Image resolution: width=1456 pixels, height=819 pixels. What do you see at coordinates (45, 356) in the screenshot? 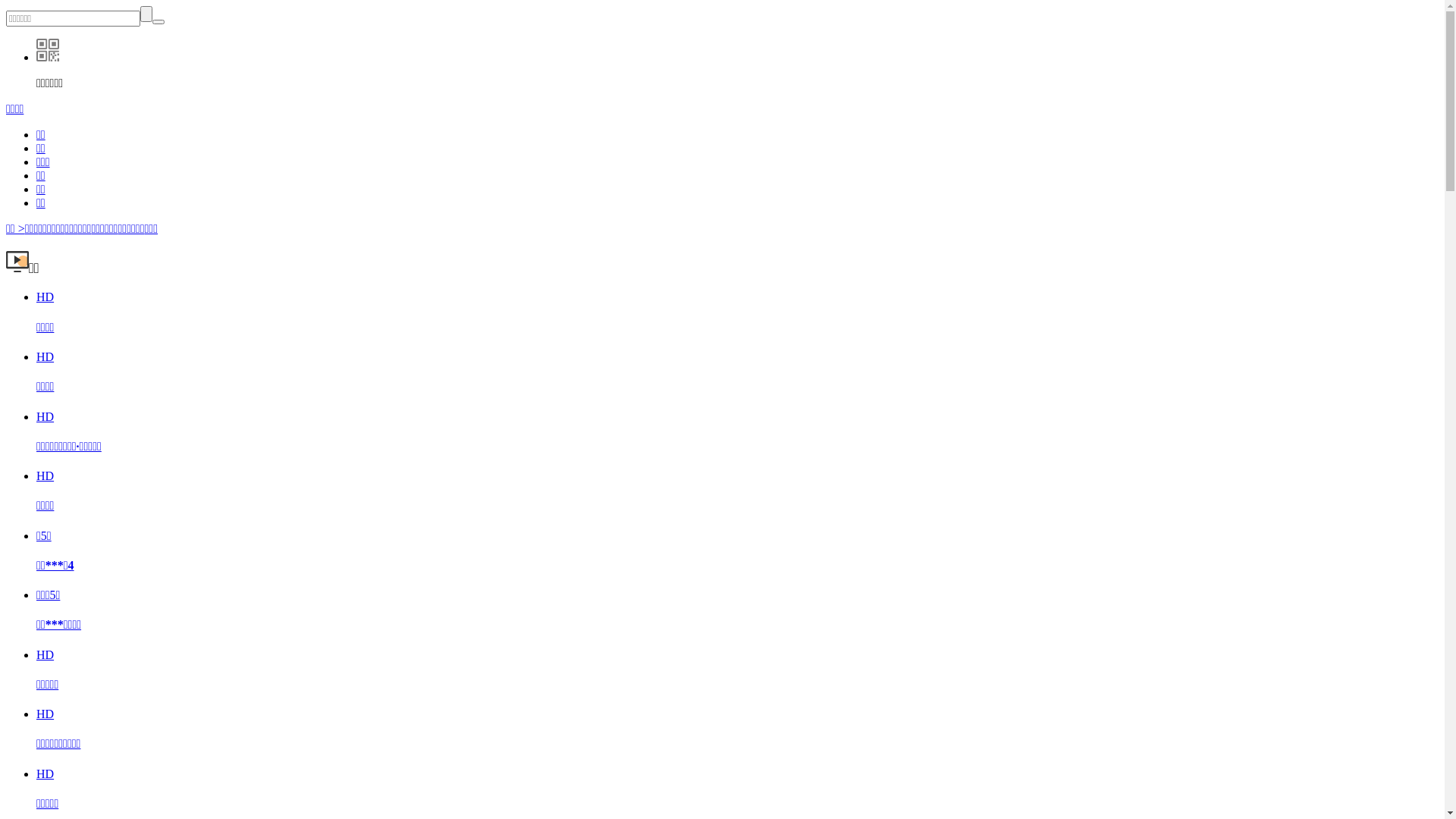
I see `'HD'` at bounding box center [45, 356].